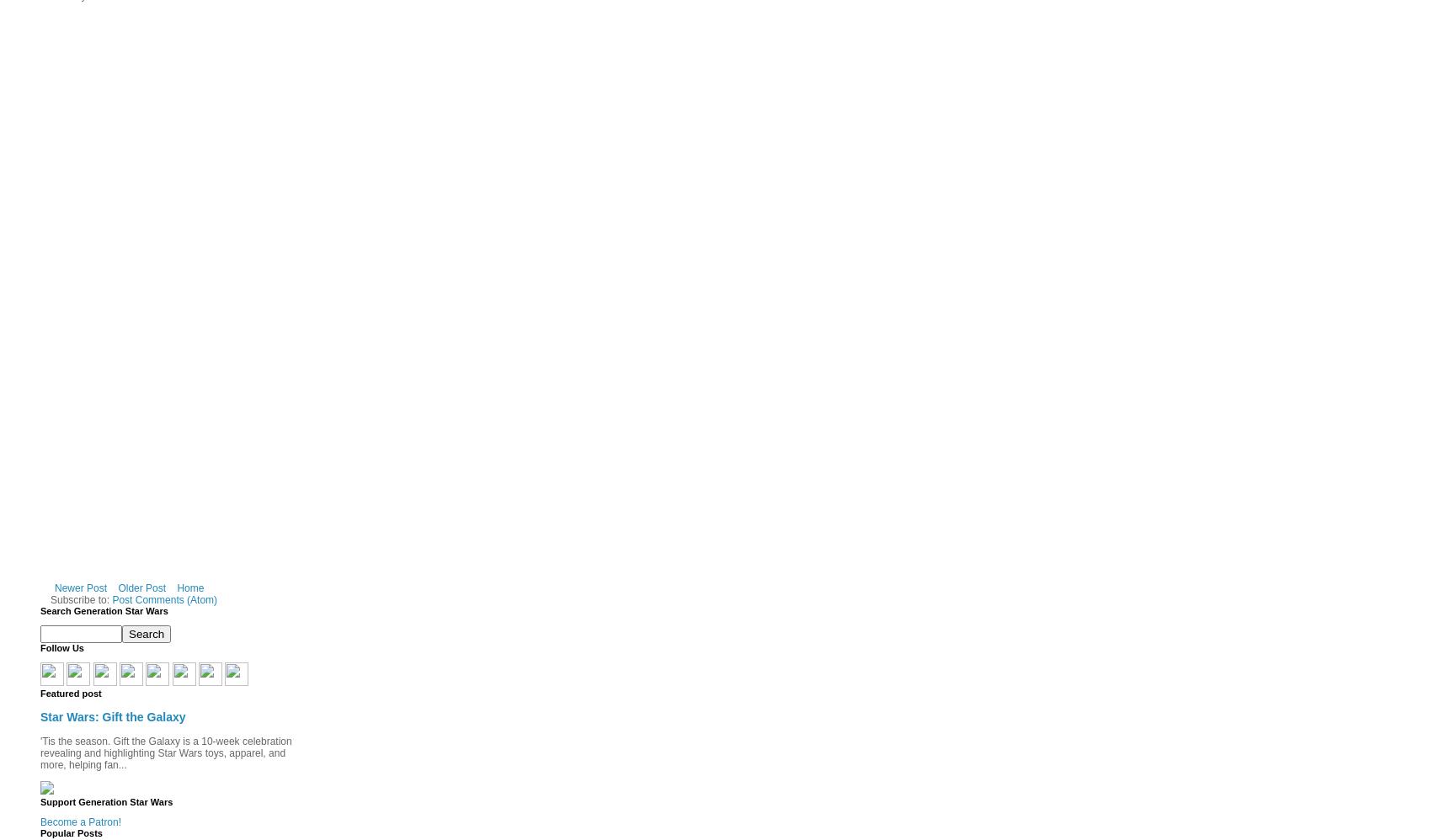 The height and width of the screenshot is (840, 1440). What do you see at coordinates (70, 832) in the screenshot?
I see `'Popular Posts'` at bounding box center [70, 832].